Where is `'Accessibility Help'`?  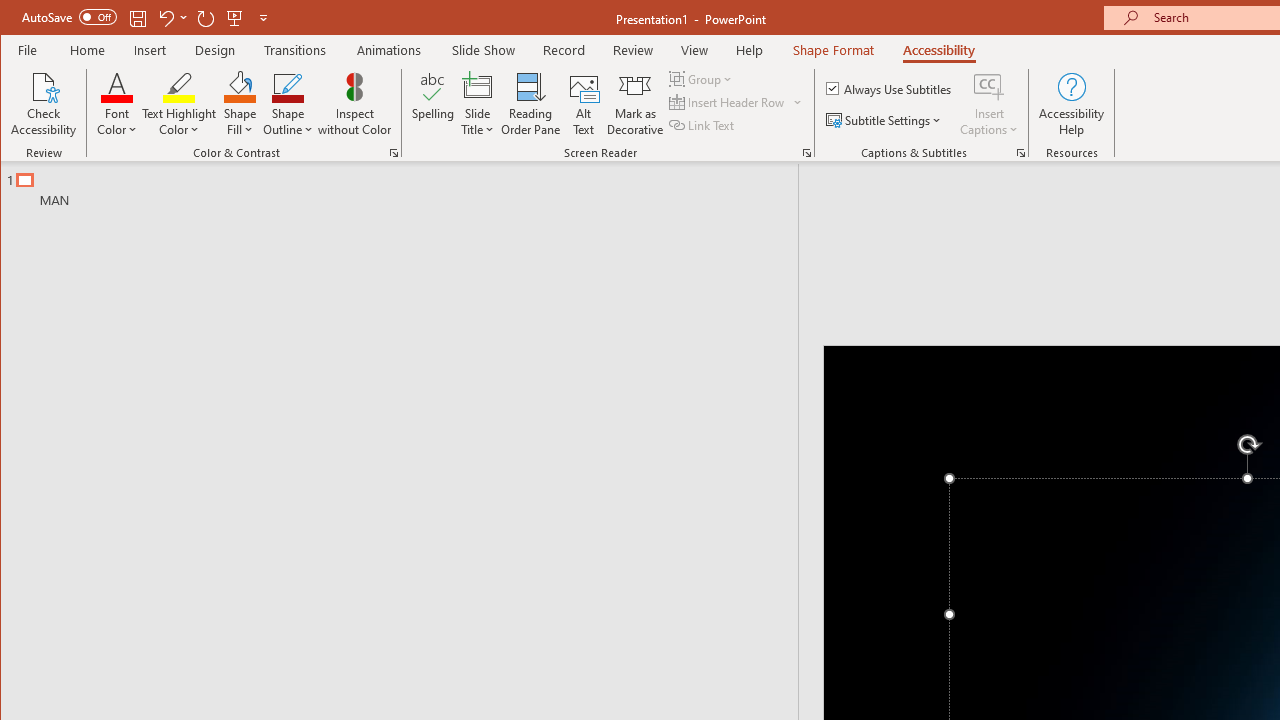
'Accessibility Help' is located at coordinates (1071, 104).